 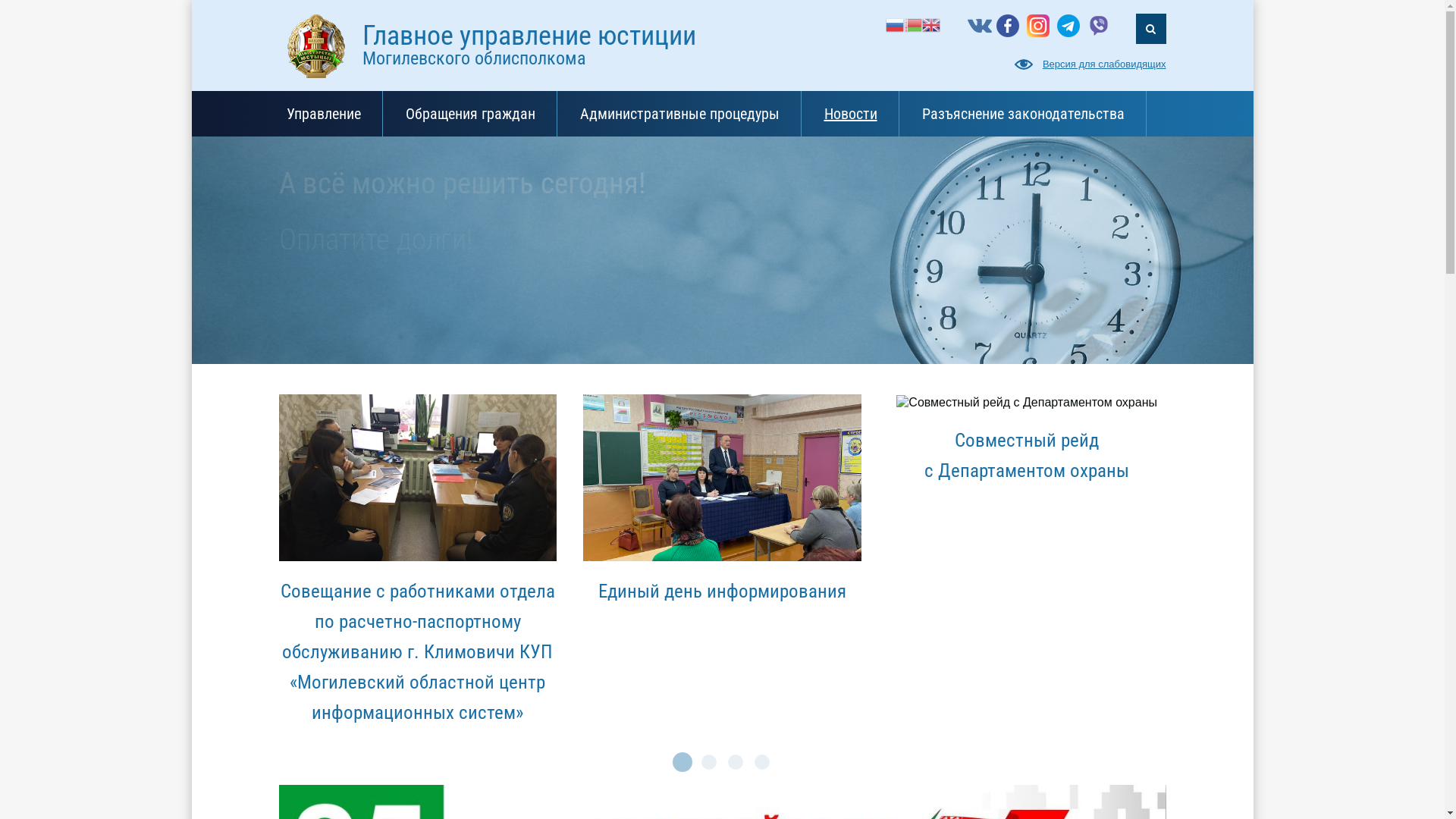 I want to click on 'English', so click(x=930, y=24).